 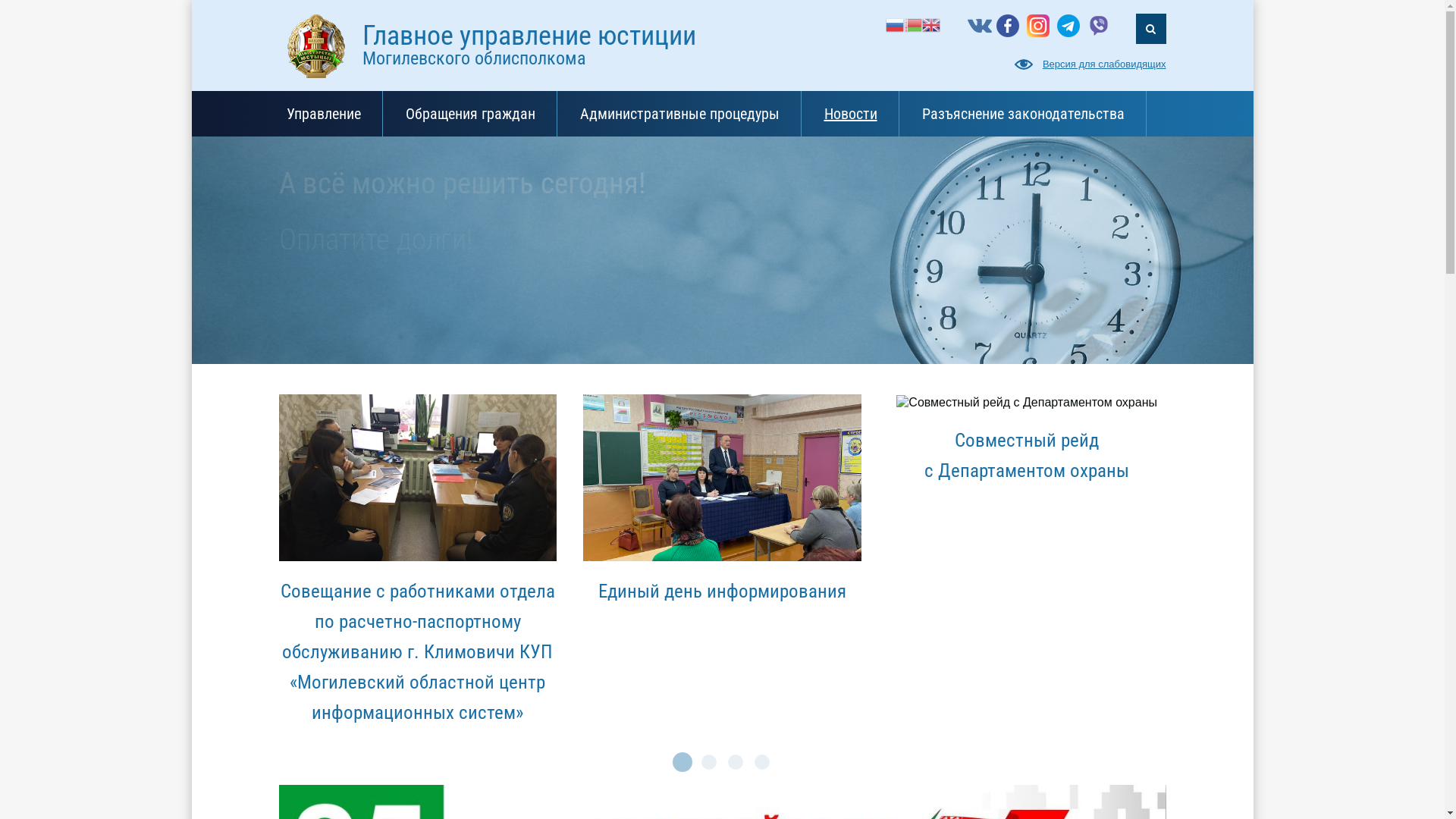 I want to click on 'English', so click(x=930, y=24).